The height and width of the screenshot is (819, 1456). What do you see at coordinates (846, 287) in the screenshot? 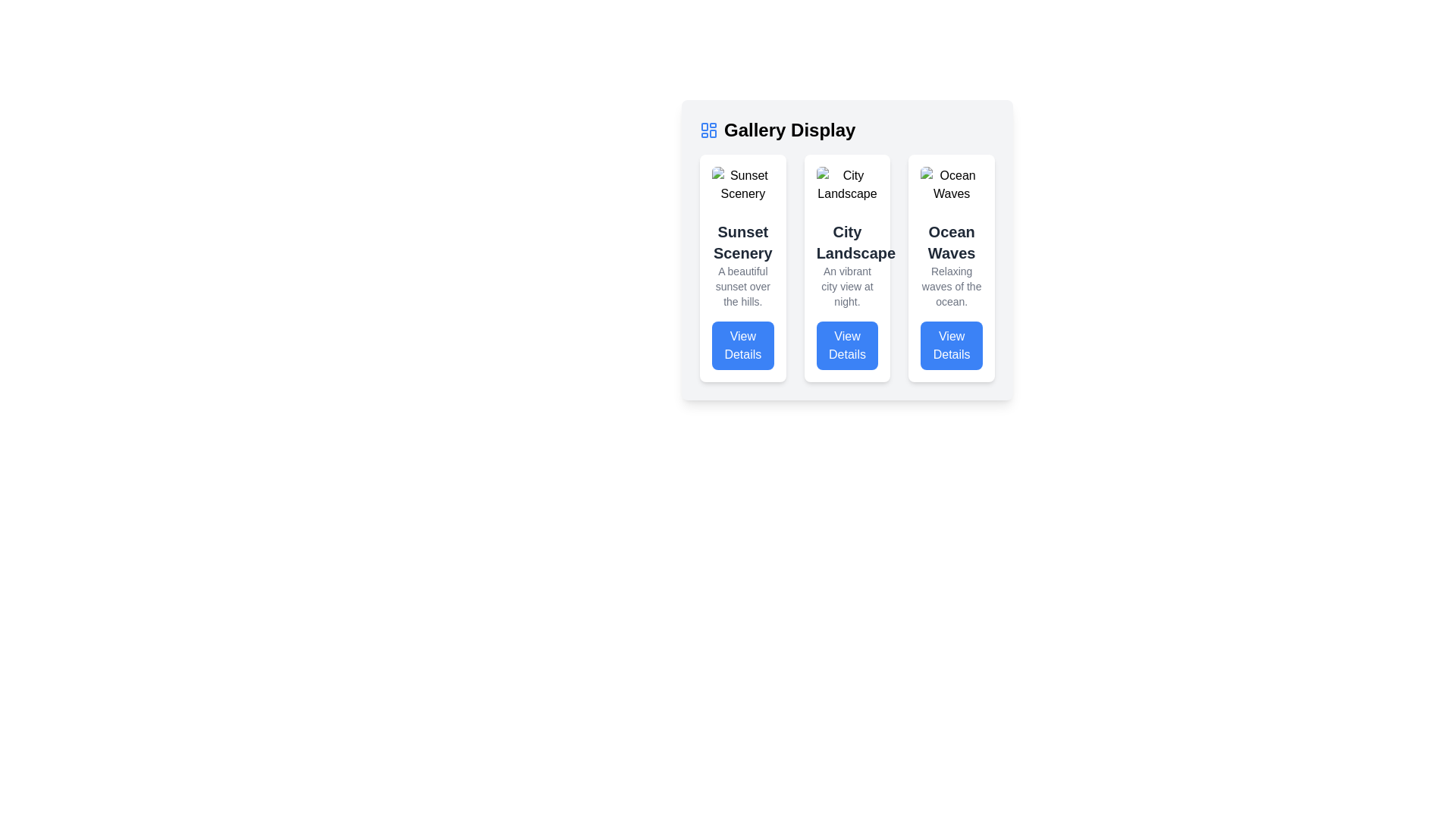
I see `the small gray text that reads 'An vibrant city view at night' located in the middle panel titled 'City Landscape', below the main title and above the 'View Details' button` at bounding box center [846, 287].